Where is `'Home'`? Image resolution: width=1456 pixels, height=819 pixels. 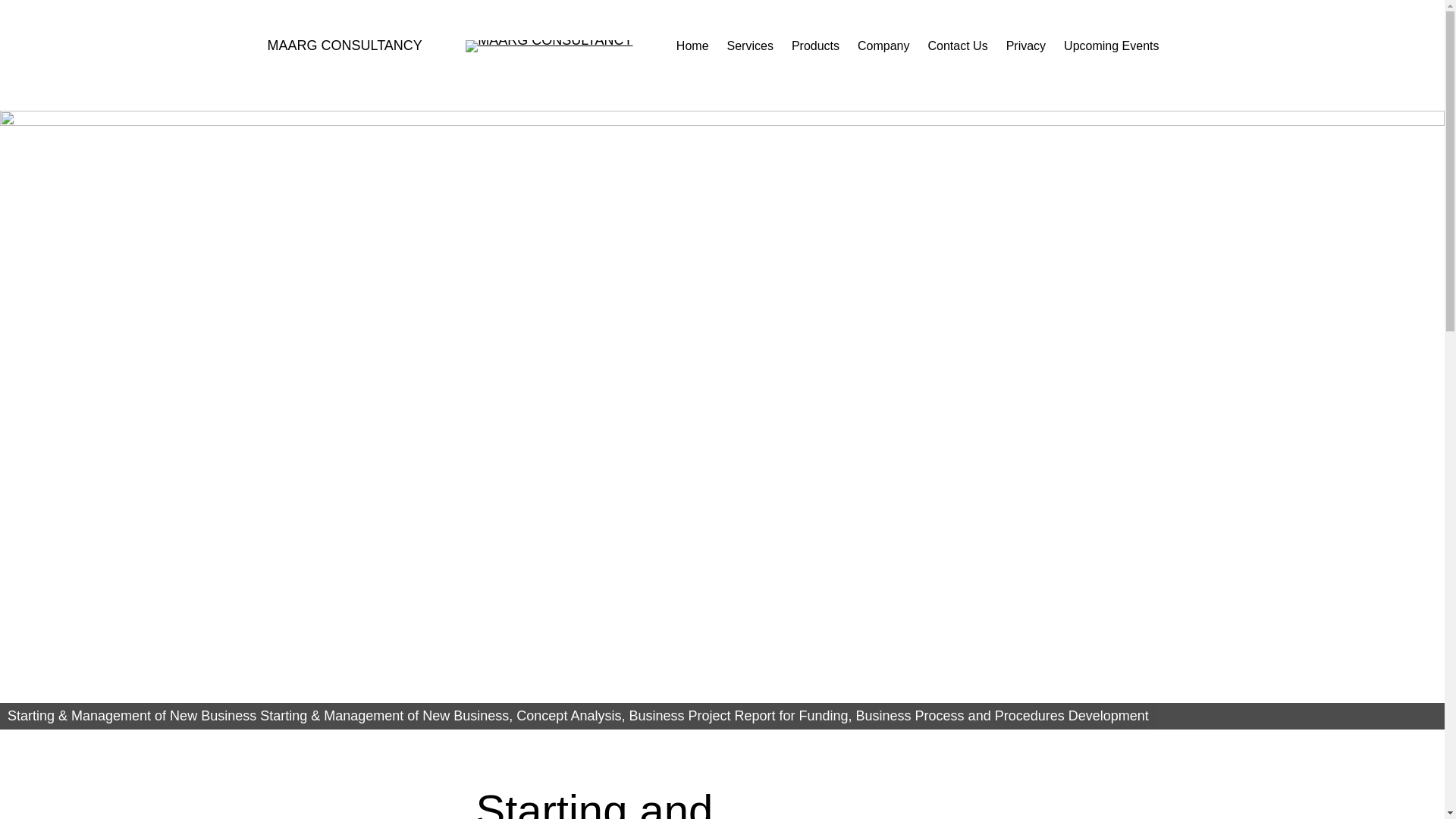 'Home' is located at coordinates (692, 45).